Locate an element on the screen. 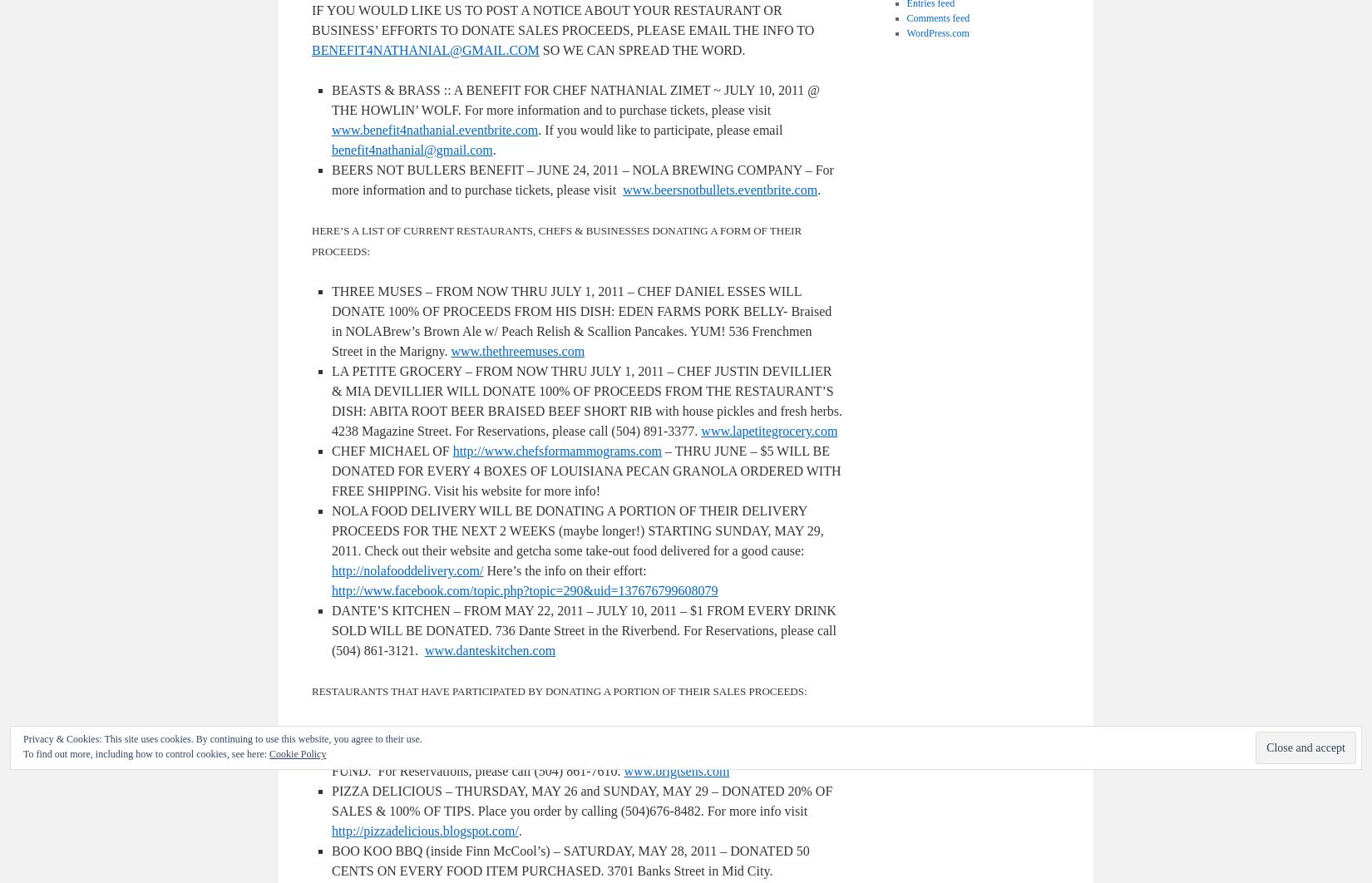 Image resolution: width=1372 pixels, height=883 pixels. 'http://www.chefsformammograms.com' is located at coordinates (556, 451).